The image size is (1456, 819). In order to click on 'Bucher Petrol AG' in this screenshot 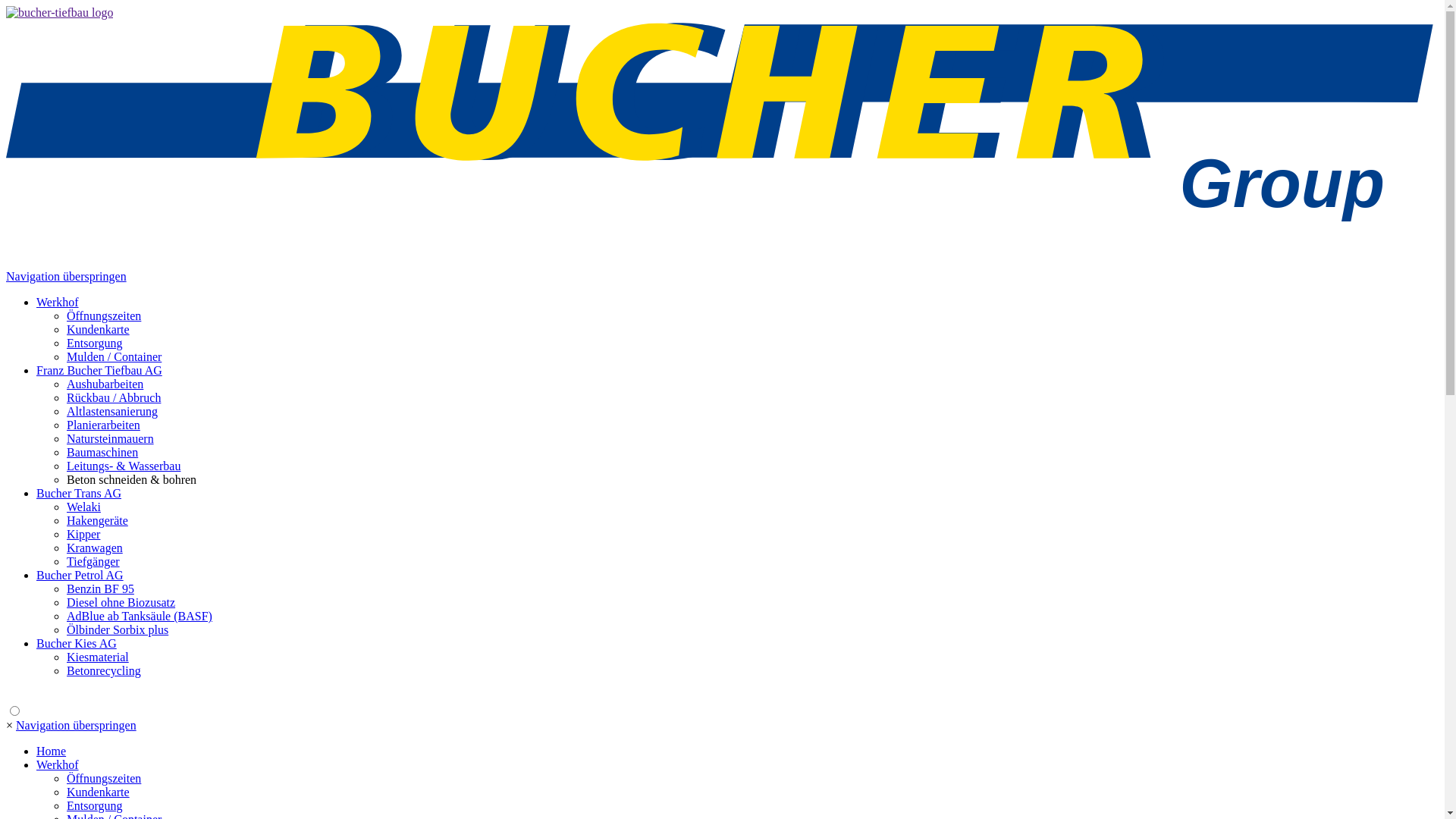, I will do `click(79, 575)`.